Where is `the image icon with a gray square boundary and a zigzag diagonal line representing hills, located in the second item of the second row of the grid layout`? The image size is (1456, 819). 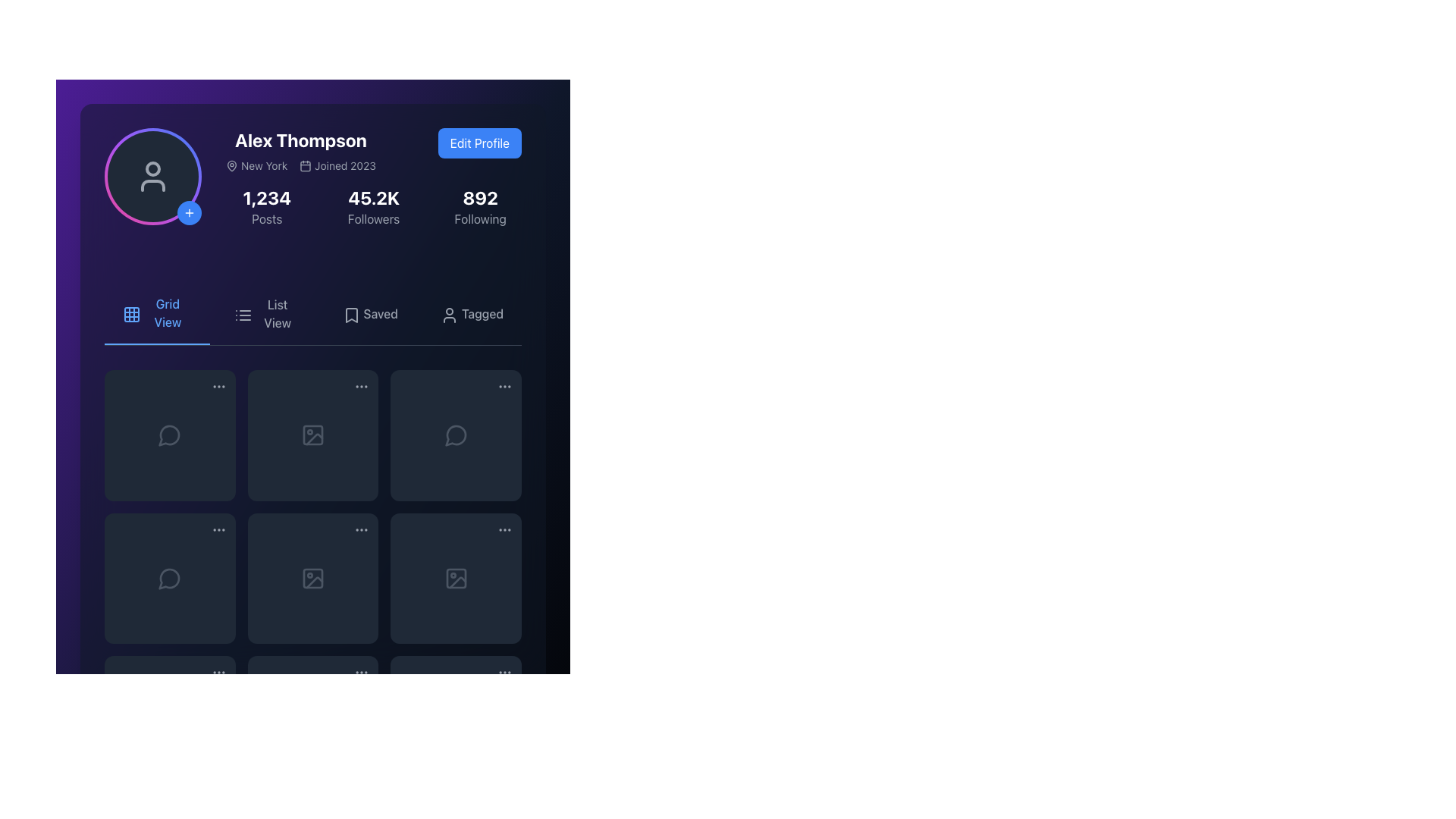 the image icon with a gray square boundary and a zigzag diagonal line representing hills, located in the second item of the second row of the grid layout is located at coordinates (312, 435).